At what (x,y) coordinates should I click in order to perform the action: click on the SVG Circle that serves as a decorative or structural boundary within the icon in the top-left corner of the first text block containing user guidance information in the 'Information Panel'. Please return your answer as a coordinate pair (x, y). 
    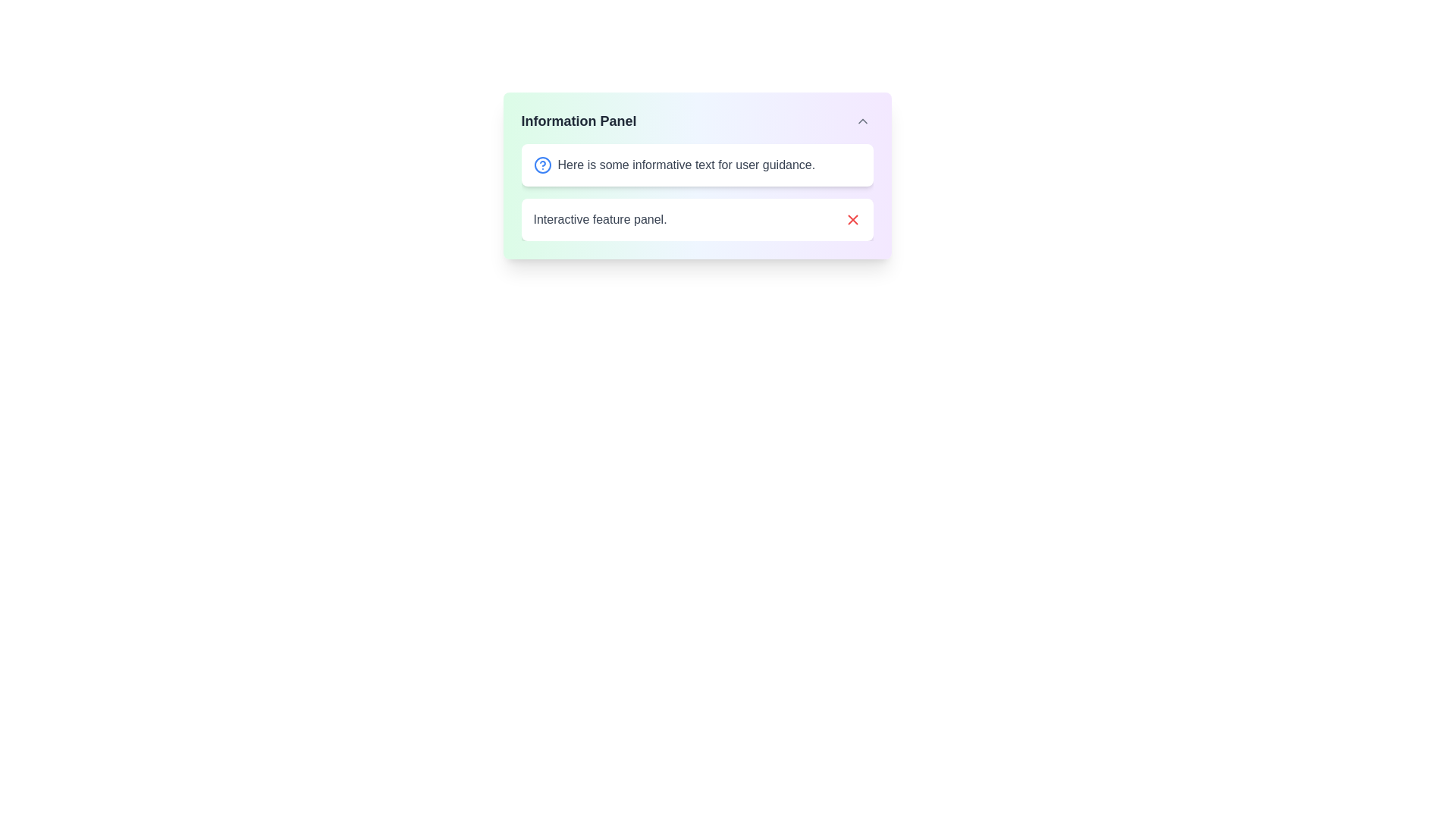
    Looking at the image, I should click on (542, 165).